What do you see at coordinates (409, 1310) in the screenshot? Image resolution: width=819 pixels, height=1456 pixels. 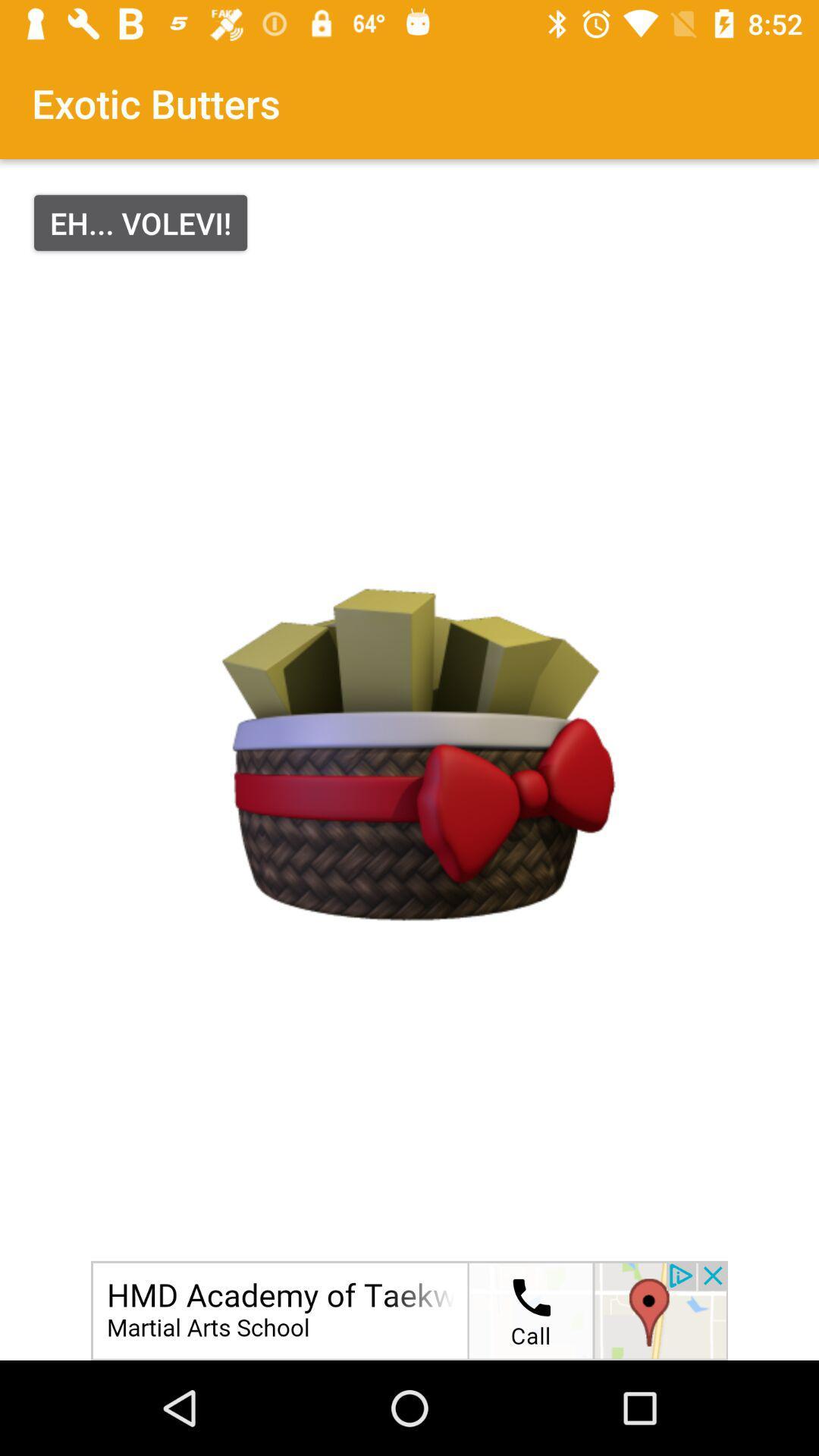 I see `open advertisement` at bounding box center [409, 1310].